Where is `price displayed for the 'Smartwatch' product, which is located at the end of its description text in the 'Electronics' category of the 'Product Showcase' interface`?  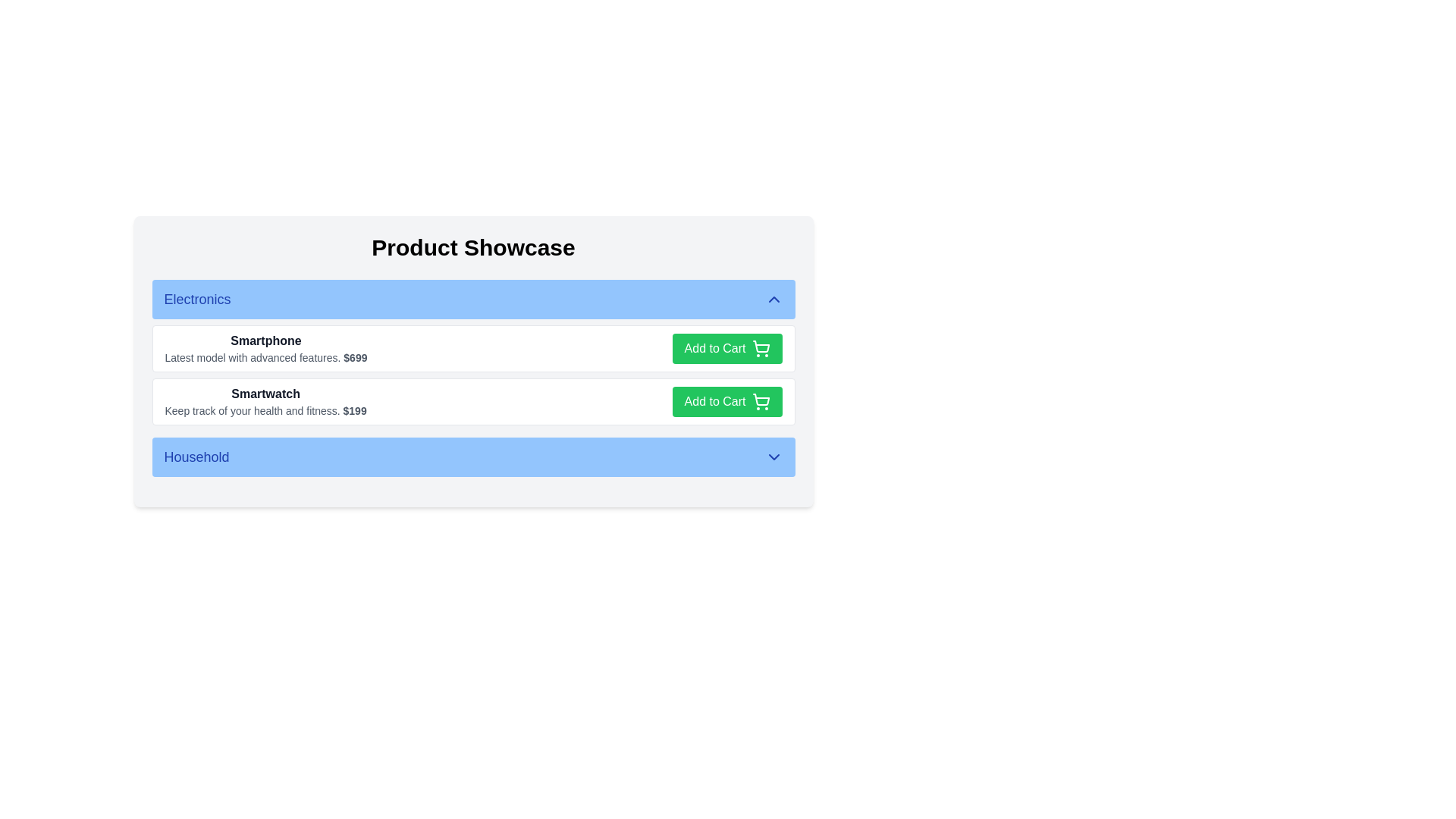 price displayed for the 'Smartwatch' product, which is located at the end of its description text in the 'Electronics' category of the 'Product Showcase' interface is located at coordinates (354, 411).